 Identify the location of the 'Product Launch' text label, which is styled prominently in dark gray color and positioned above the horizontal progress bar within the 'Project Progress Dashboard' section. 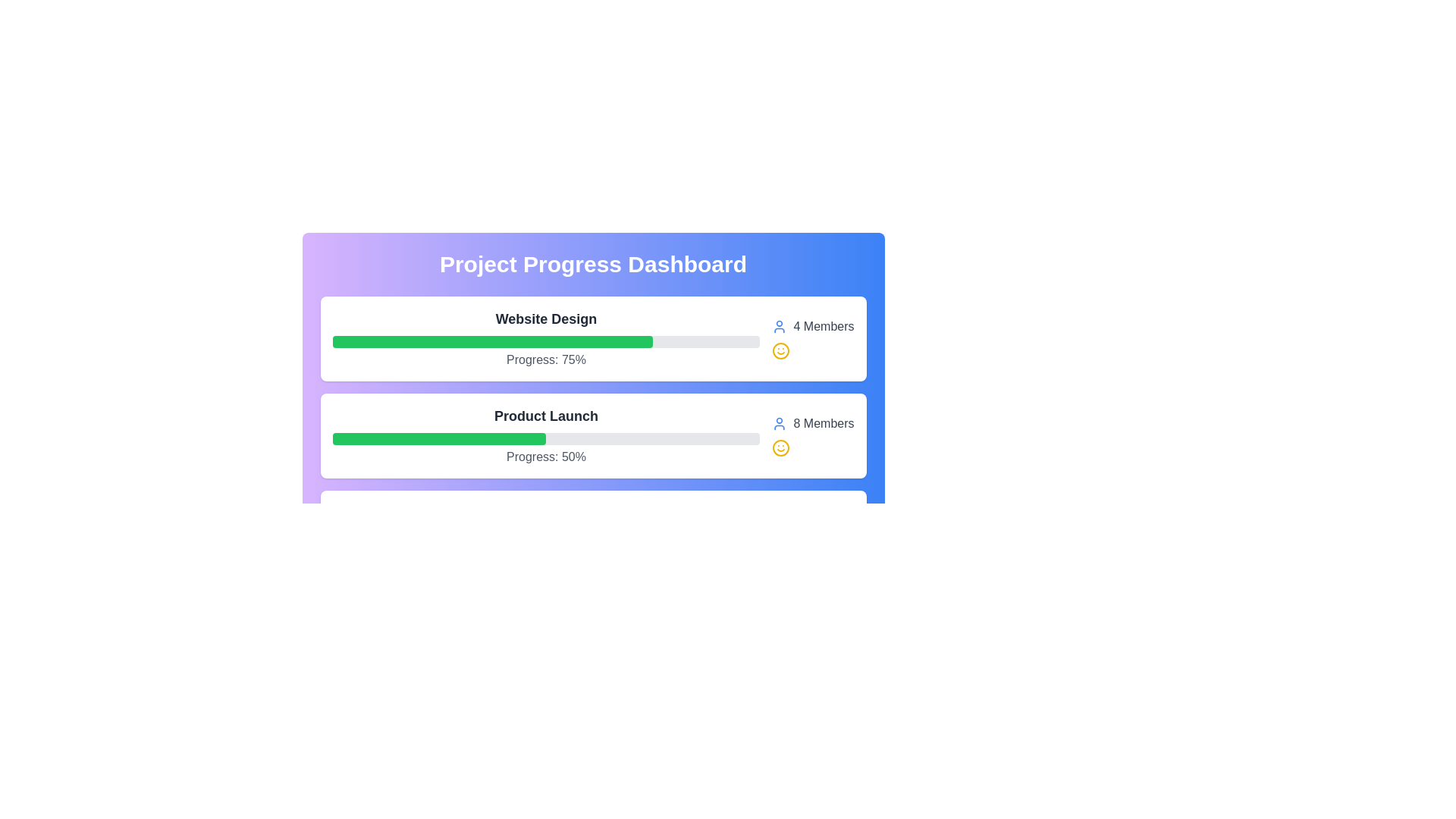
(546, 416).